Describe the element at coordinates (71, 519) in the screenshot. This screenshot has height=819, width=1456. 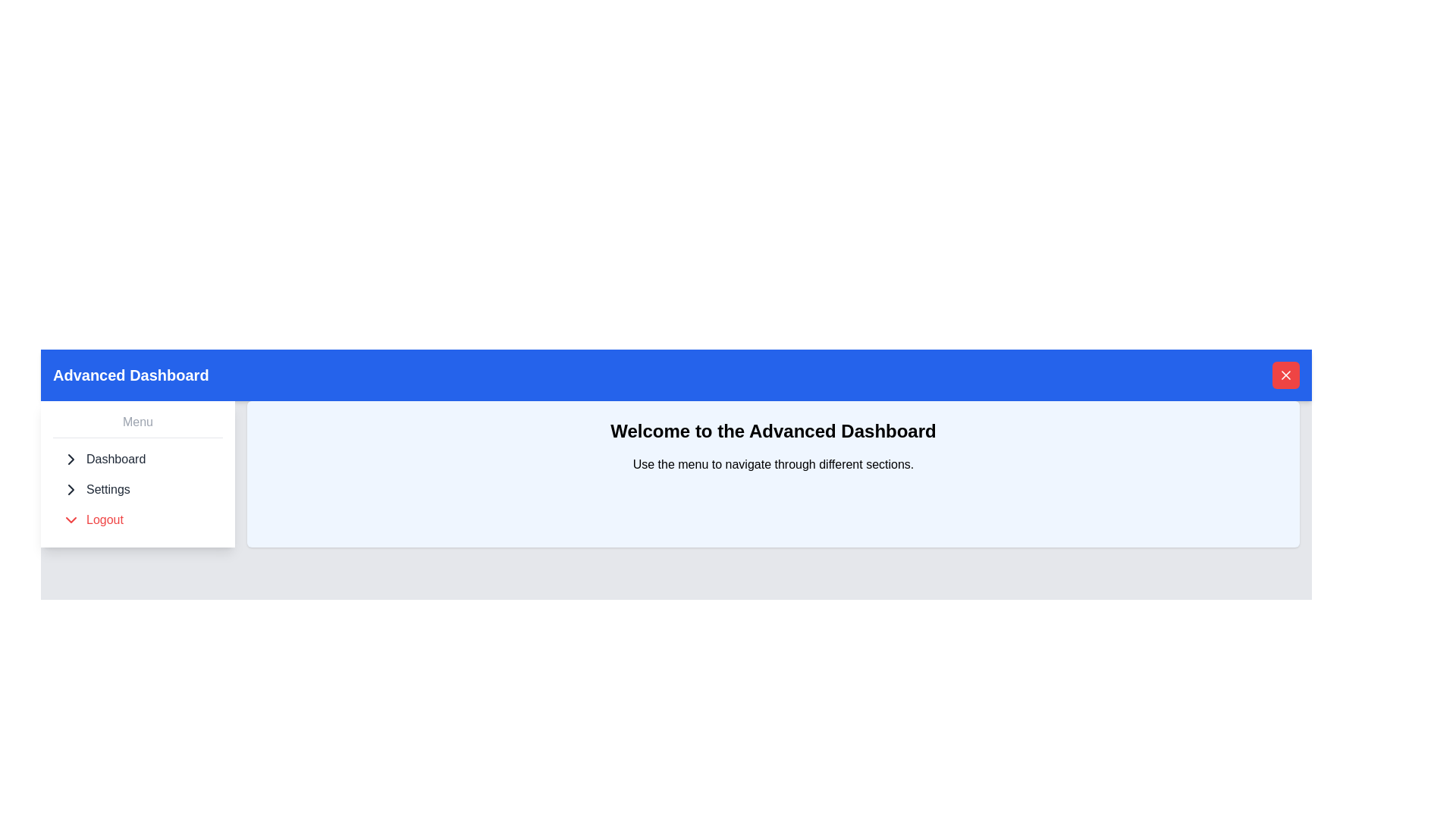
I see `the downward-pointing chevron icon located immediately to the left of the 'Logout' text` at that location.